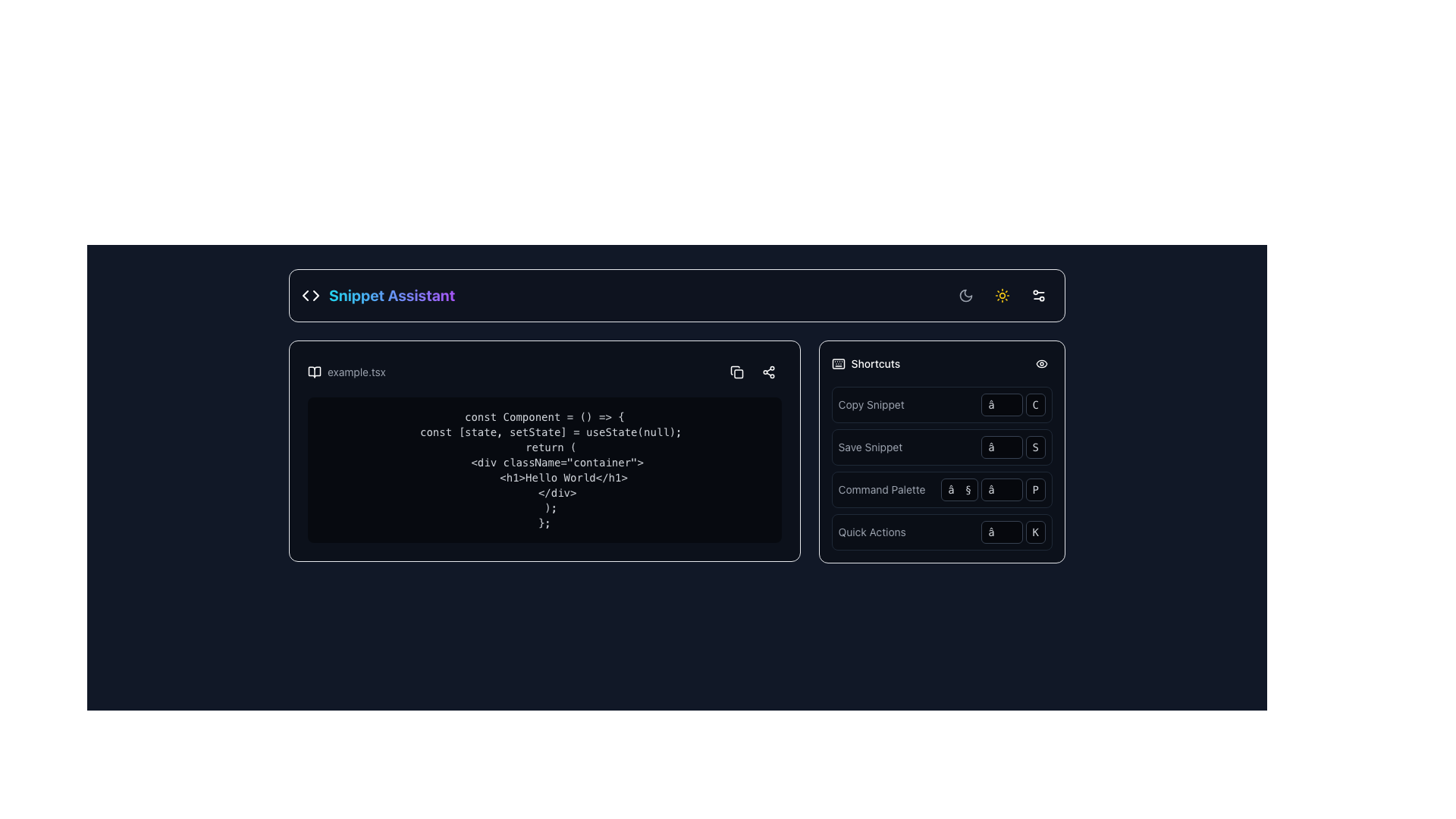 This screenshot has height=819, width=1456. I want to click on the leftmost button in the '⌘K' shortcut indication group, which represents part of a keyboard shortcut, so click(1002, 532).